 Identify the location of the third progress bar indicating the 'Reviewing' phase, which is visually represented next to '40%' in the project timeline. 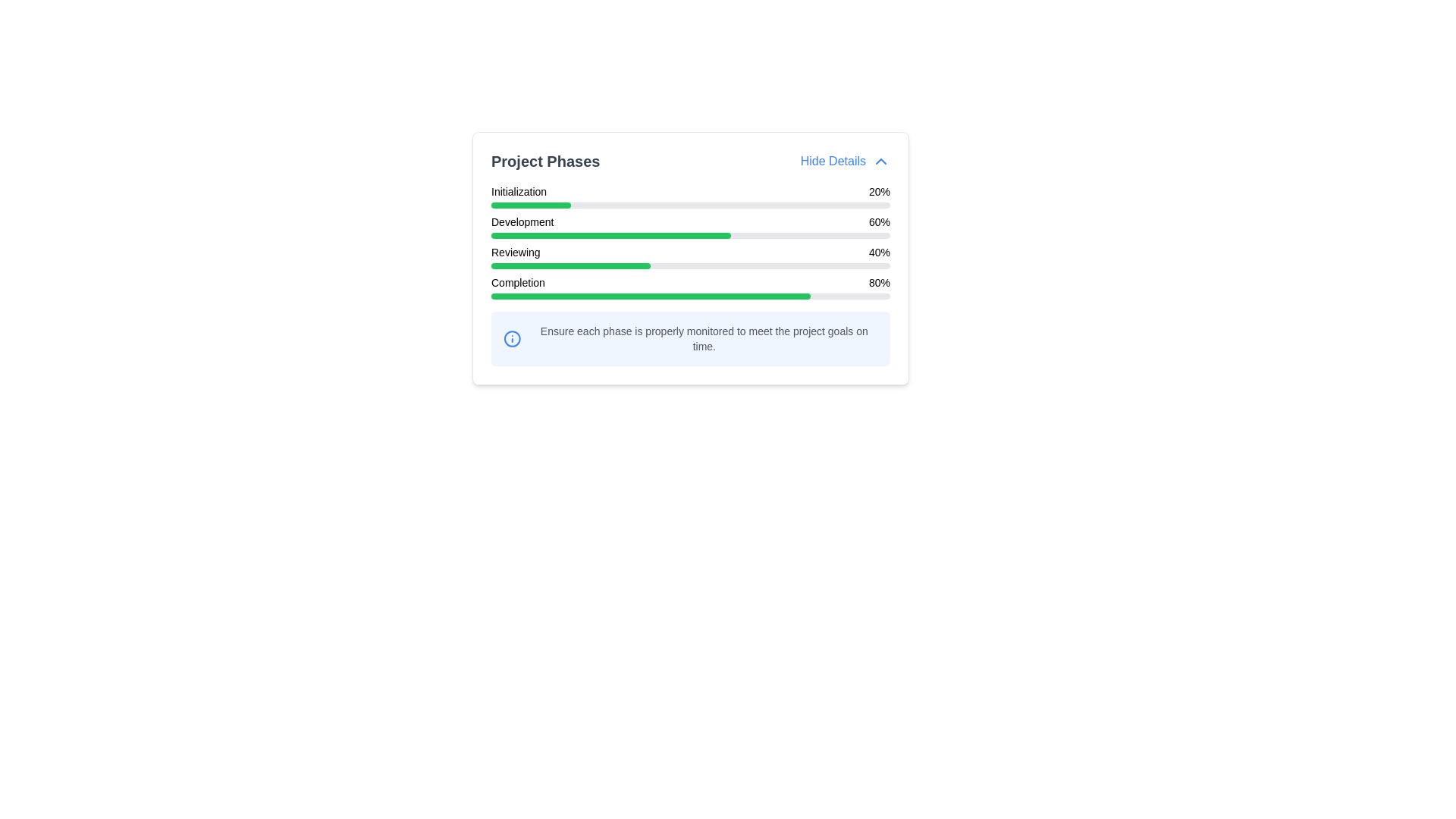
(690, 265).